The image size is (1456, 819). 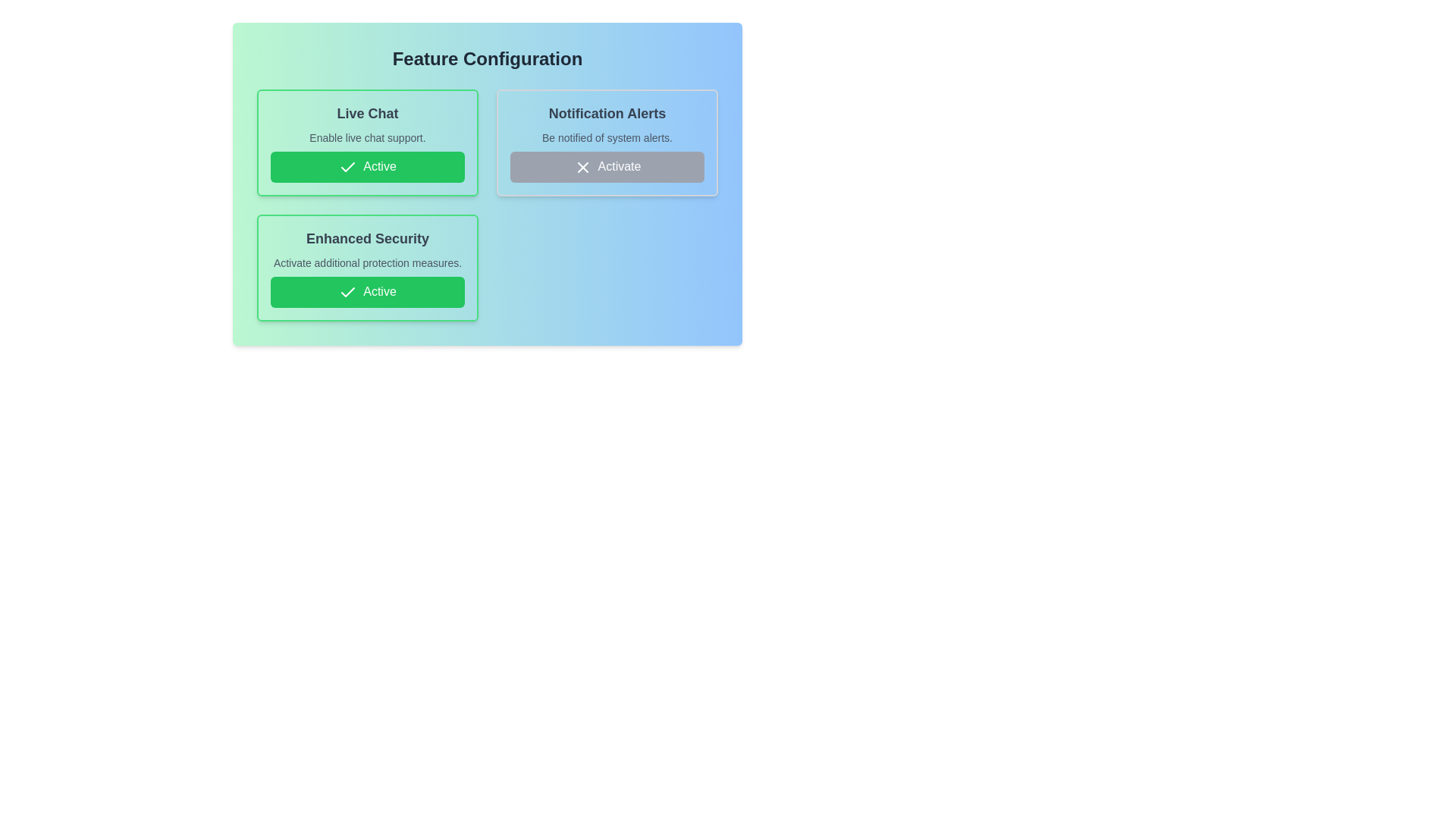 What do you see at coordinates (367, 267) in the screenshot?
I see `the text and description of the feature Enhanced Security` at bounding box center [367, 267].